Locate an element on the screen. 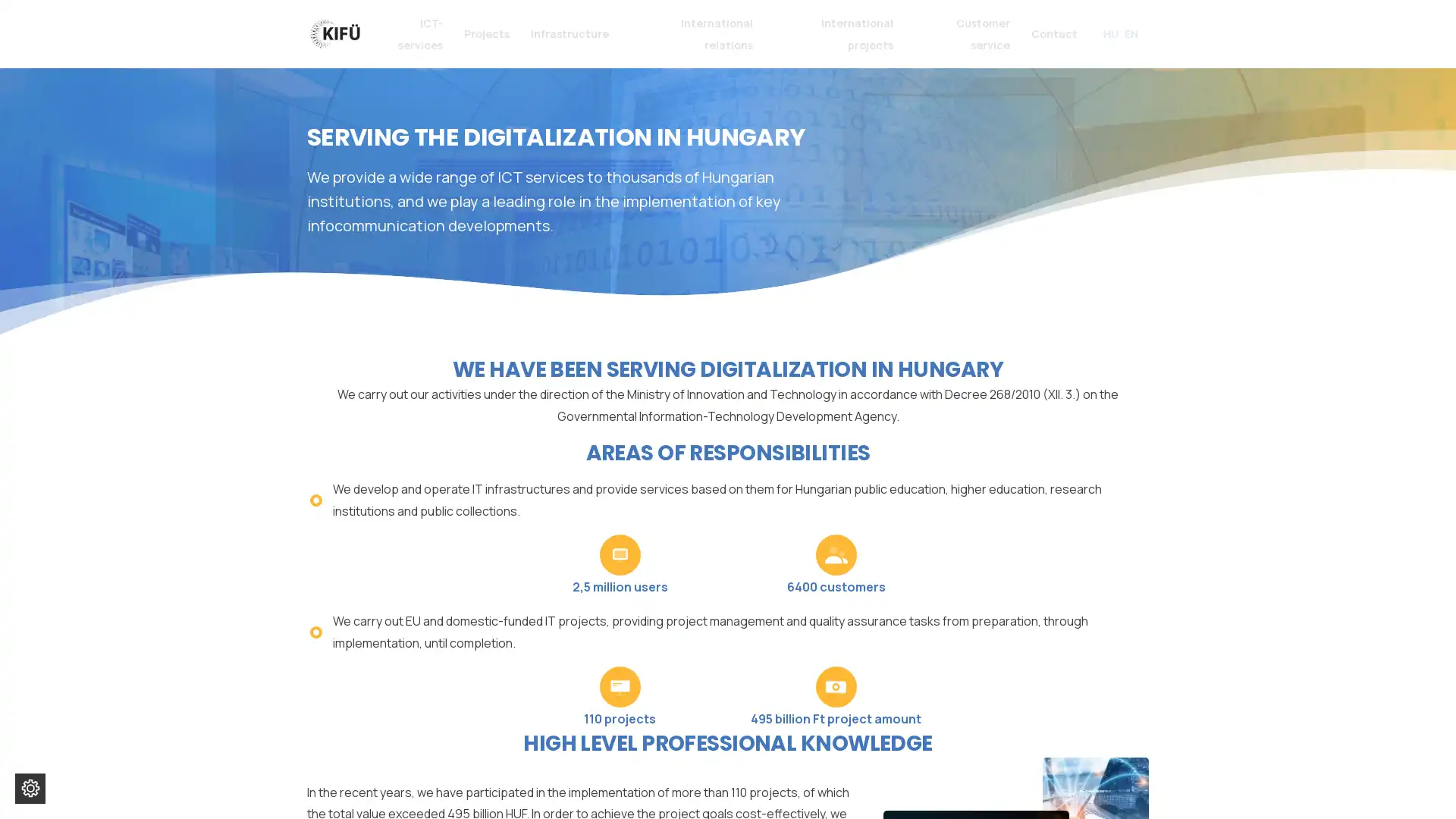 This screenshot has height=819, width=1456. Change cookie settings is located at coordinates (30, 788).